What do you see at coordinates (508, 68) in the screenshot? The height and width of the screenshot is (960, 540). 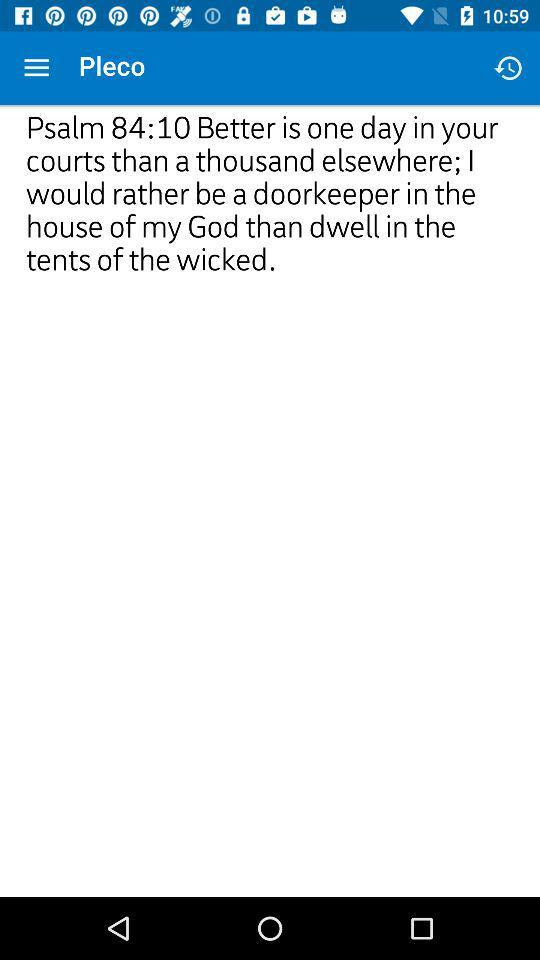 I see `the item above the psalm 84 10` at bounding box center [508, 68].